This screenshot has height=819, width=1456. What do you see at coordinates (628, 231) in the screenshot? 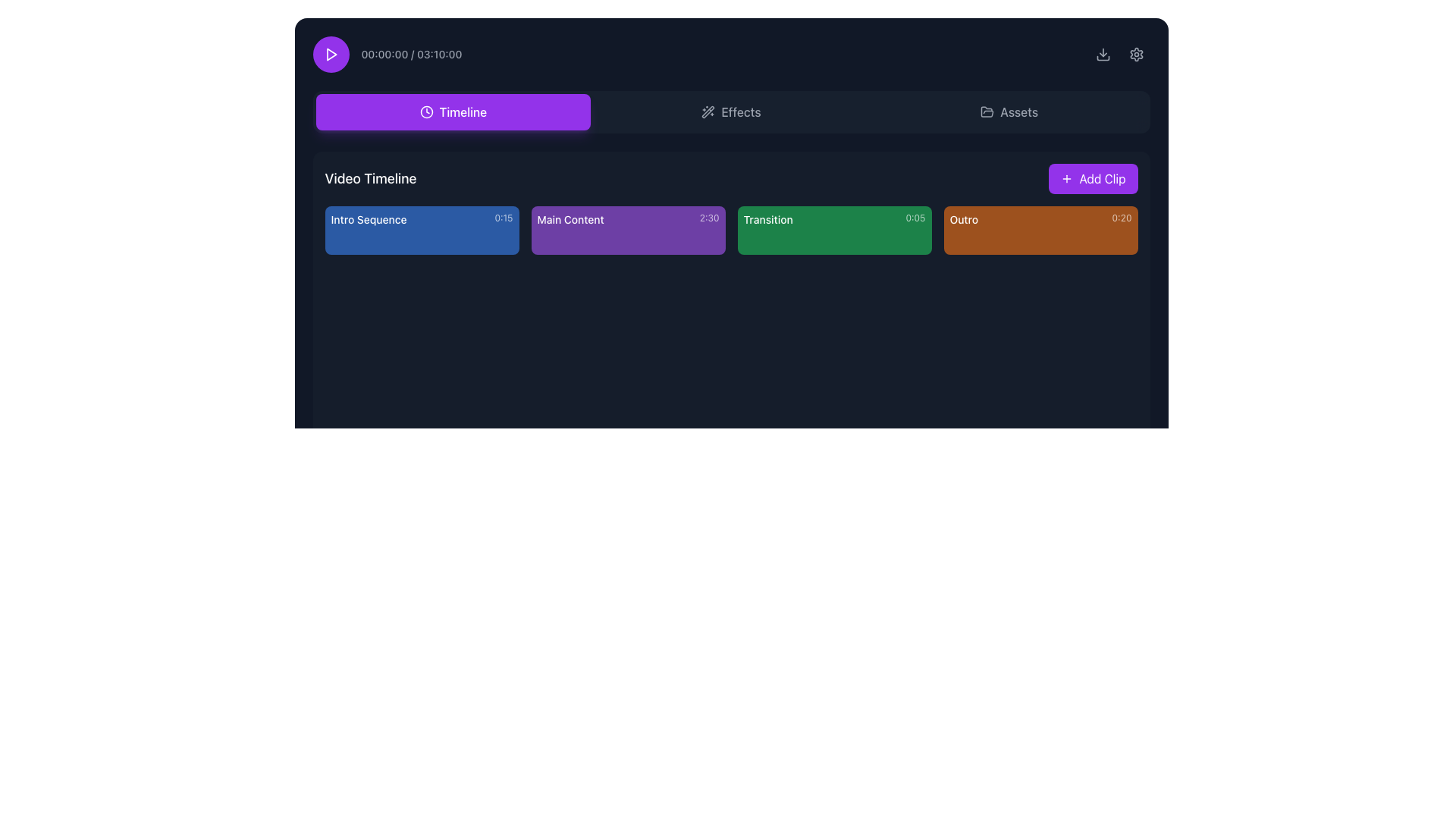
I see `the purple timeline segment block labeled 'Main Content' and '2:30'` at bounding box center [628, 231].